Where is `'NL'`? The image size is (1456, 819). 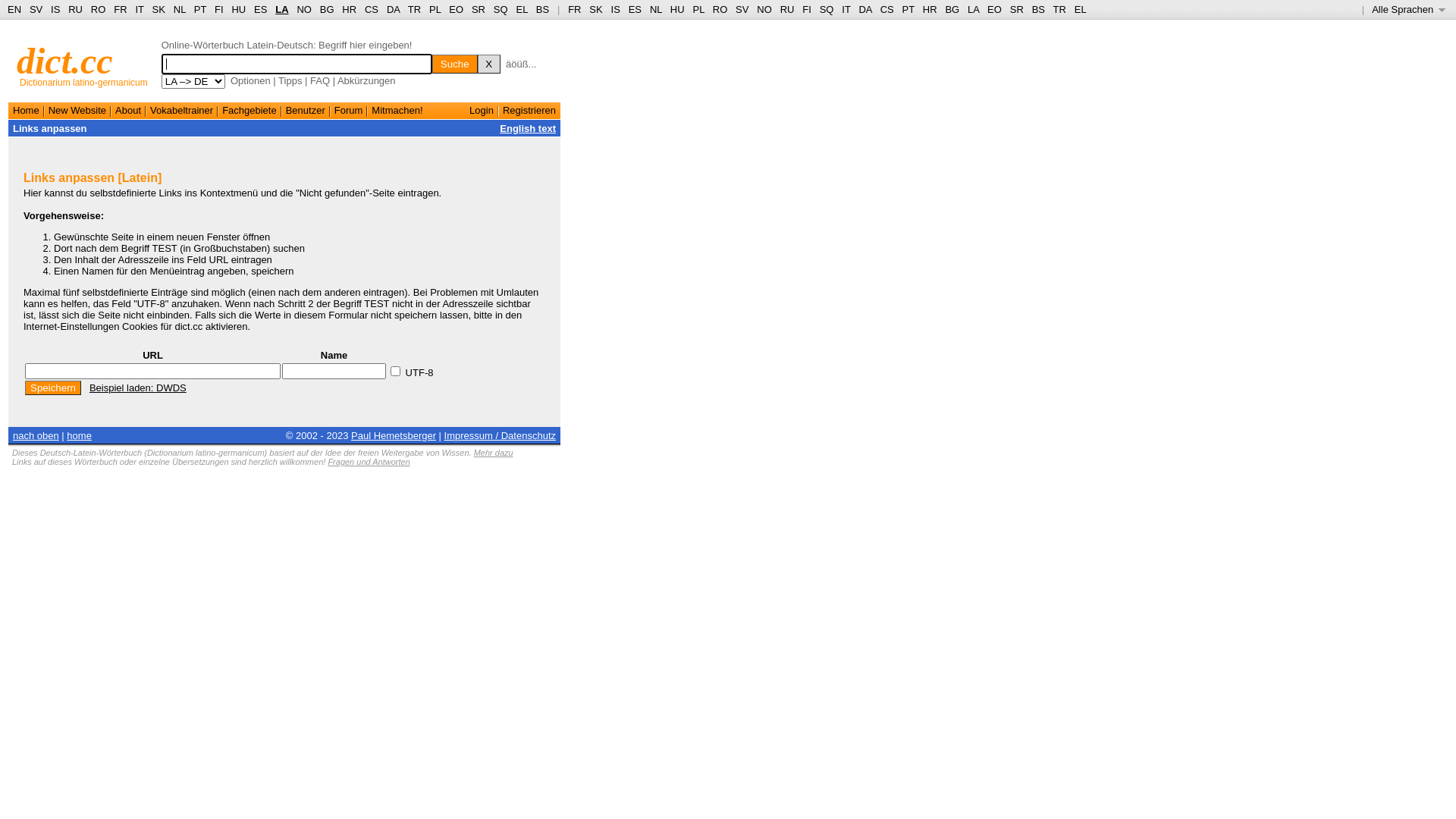 'NL' is located at coordinates (655, 9).